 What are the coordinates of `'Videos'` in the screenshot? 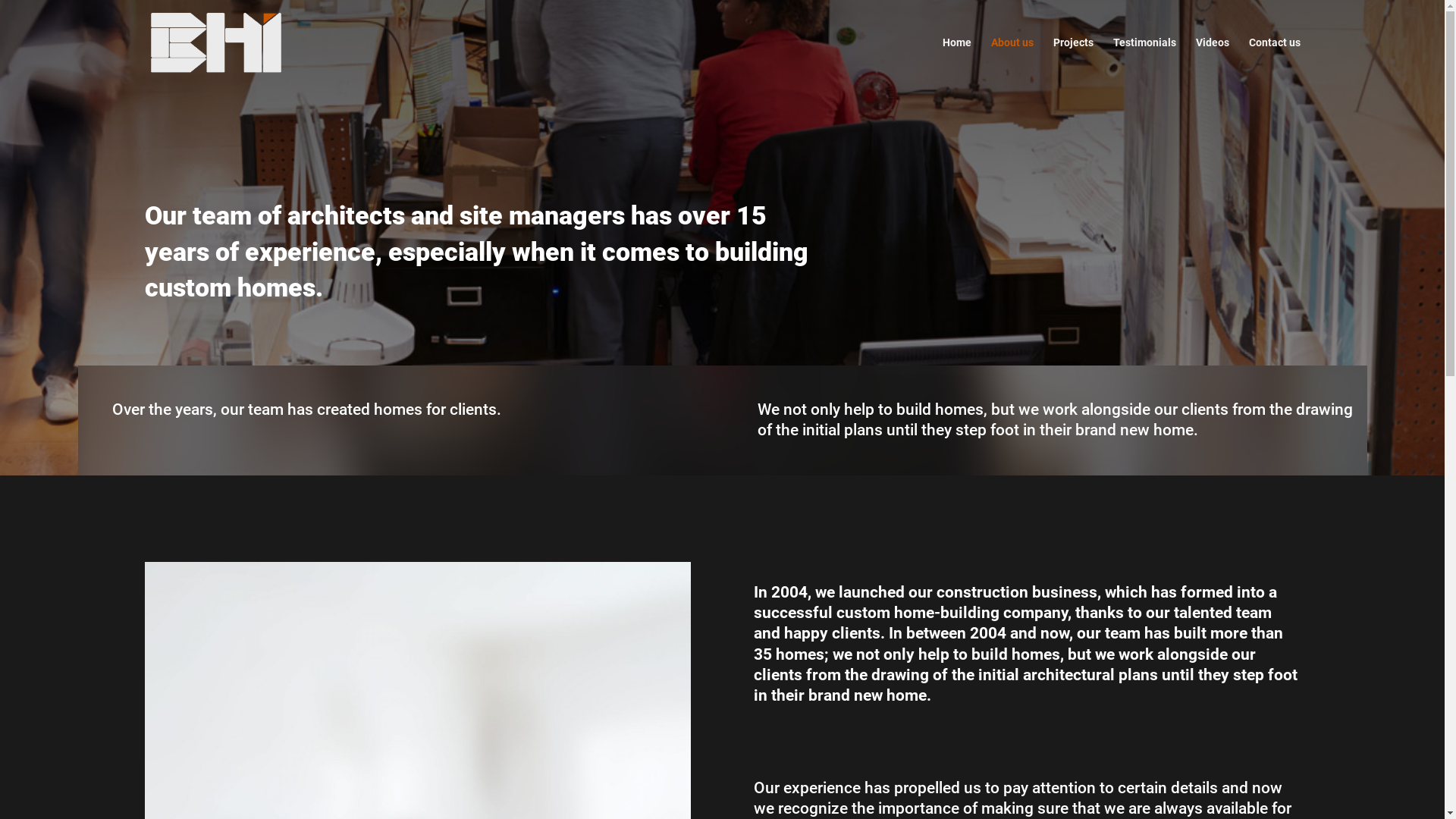 It's located at (1211, 60).